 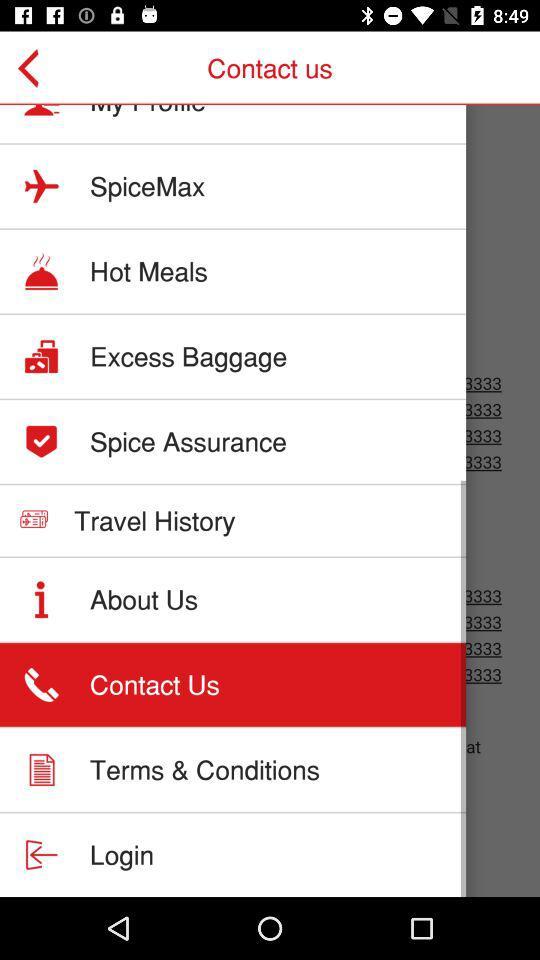 What do you see at coordinates (153, 519) in the screenshot?
I see `the item above the about us` at bounding box center [153, 519].